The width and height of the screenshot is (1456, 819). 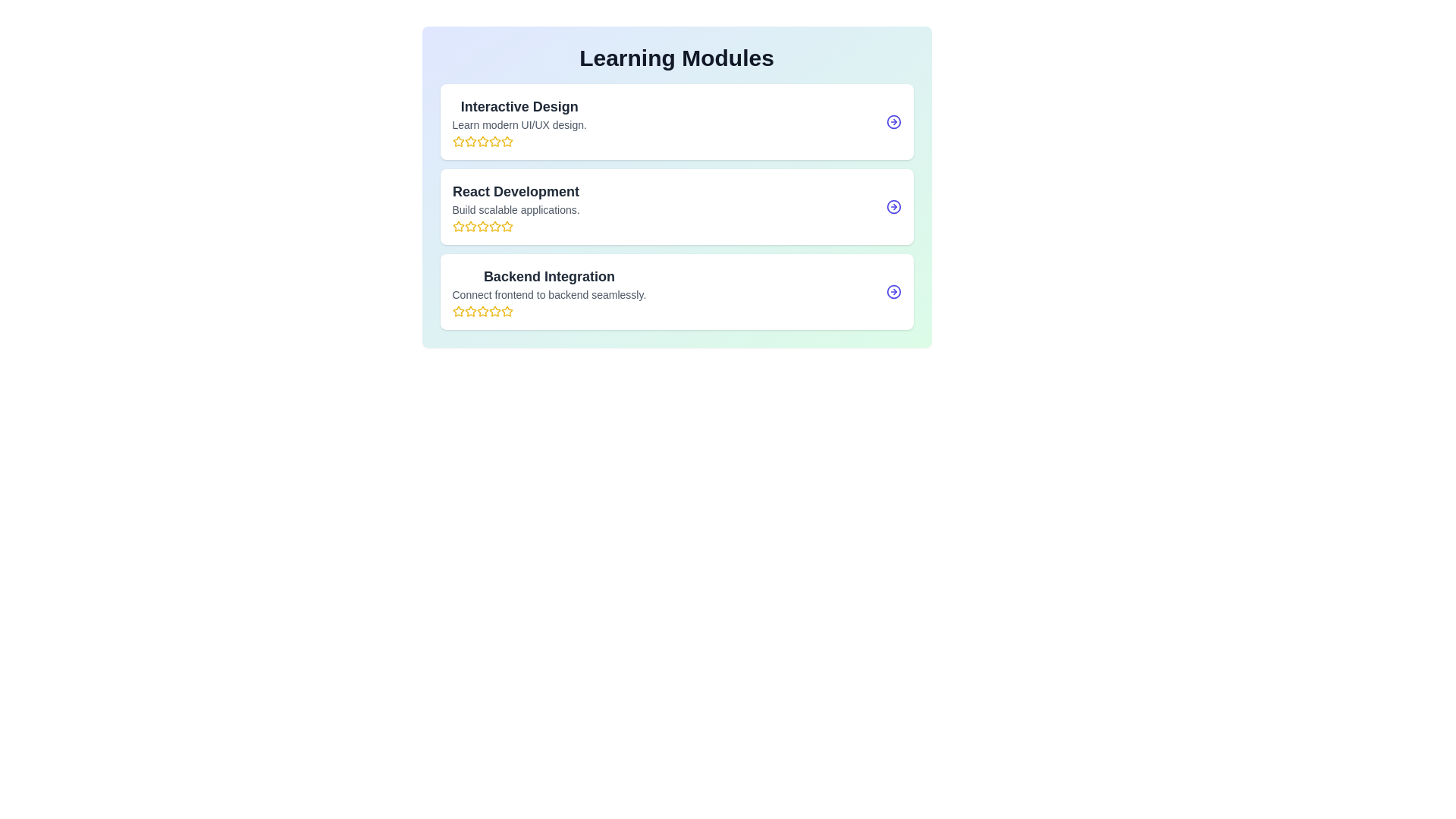 What do you see at coordinates (893, 292) in the screenshot?
I see `the arrow button of the Backend Integration module to navigate to its detailed view` at bounding box center [893, 292].